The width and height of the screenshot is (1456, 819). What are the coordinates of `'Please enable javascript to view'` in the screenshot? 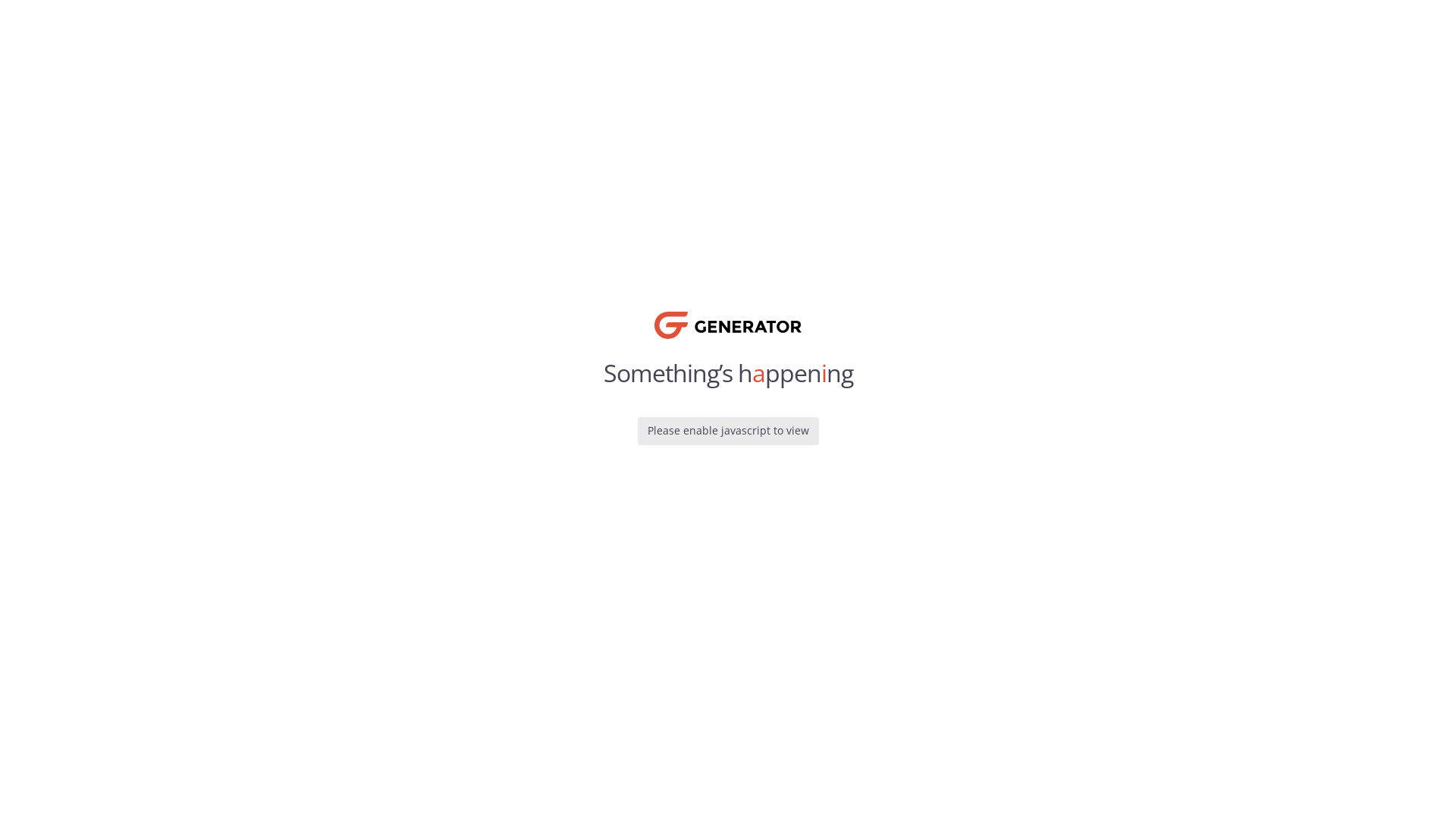 It's located at (726, 430).